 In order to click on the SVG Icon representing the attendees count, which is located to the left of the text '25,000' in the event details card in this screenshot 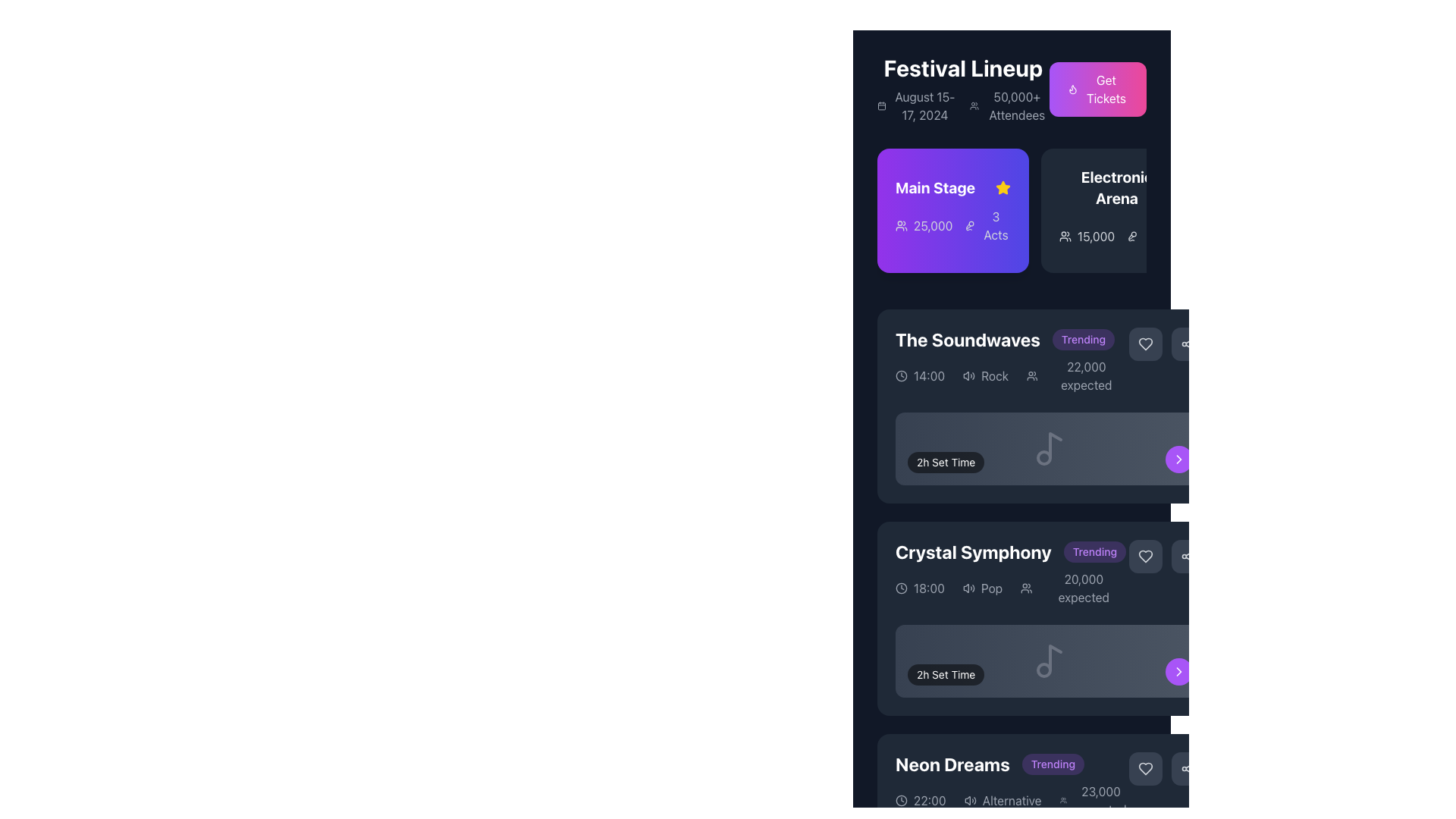, I will do `click(902, 225)`.